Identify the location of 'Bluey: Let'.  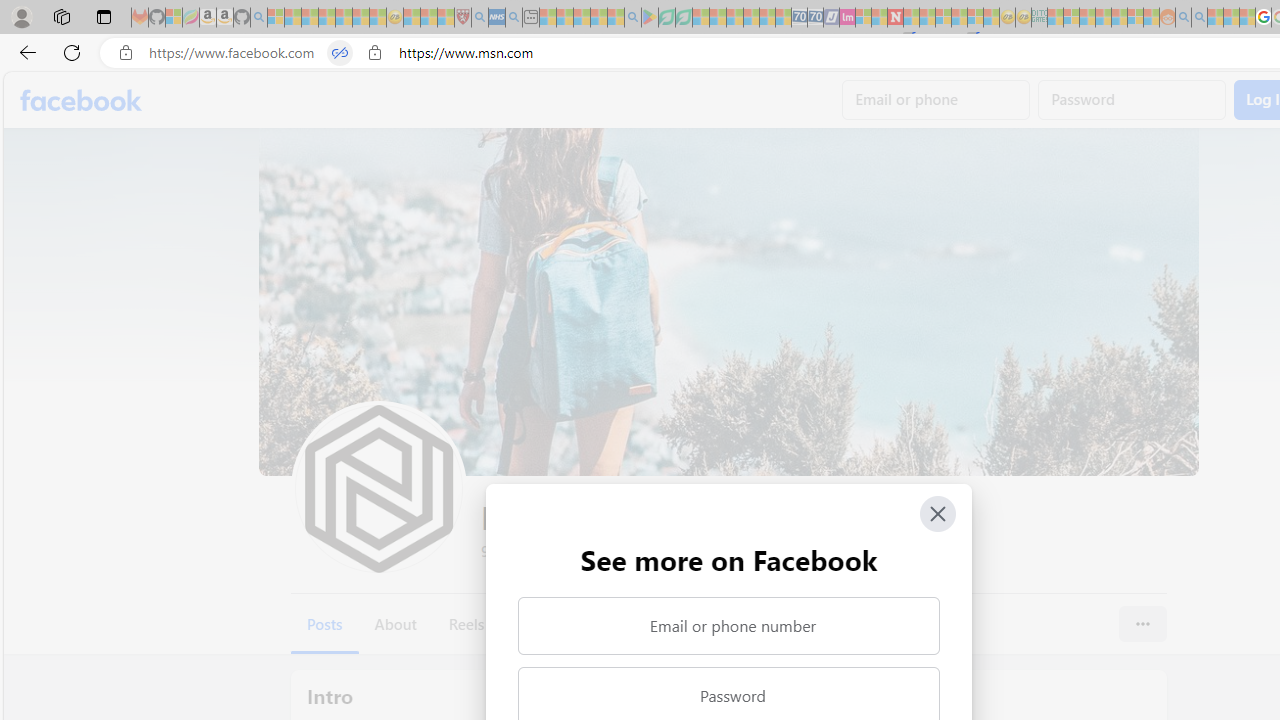
(650, 17).